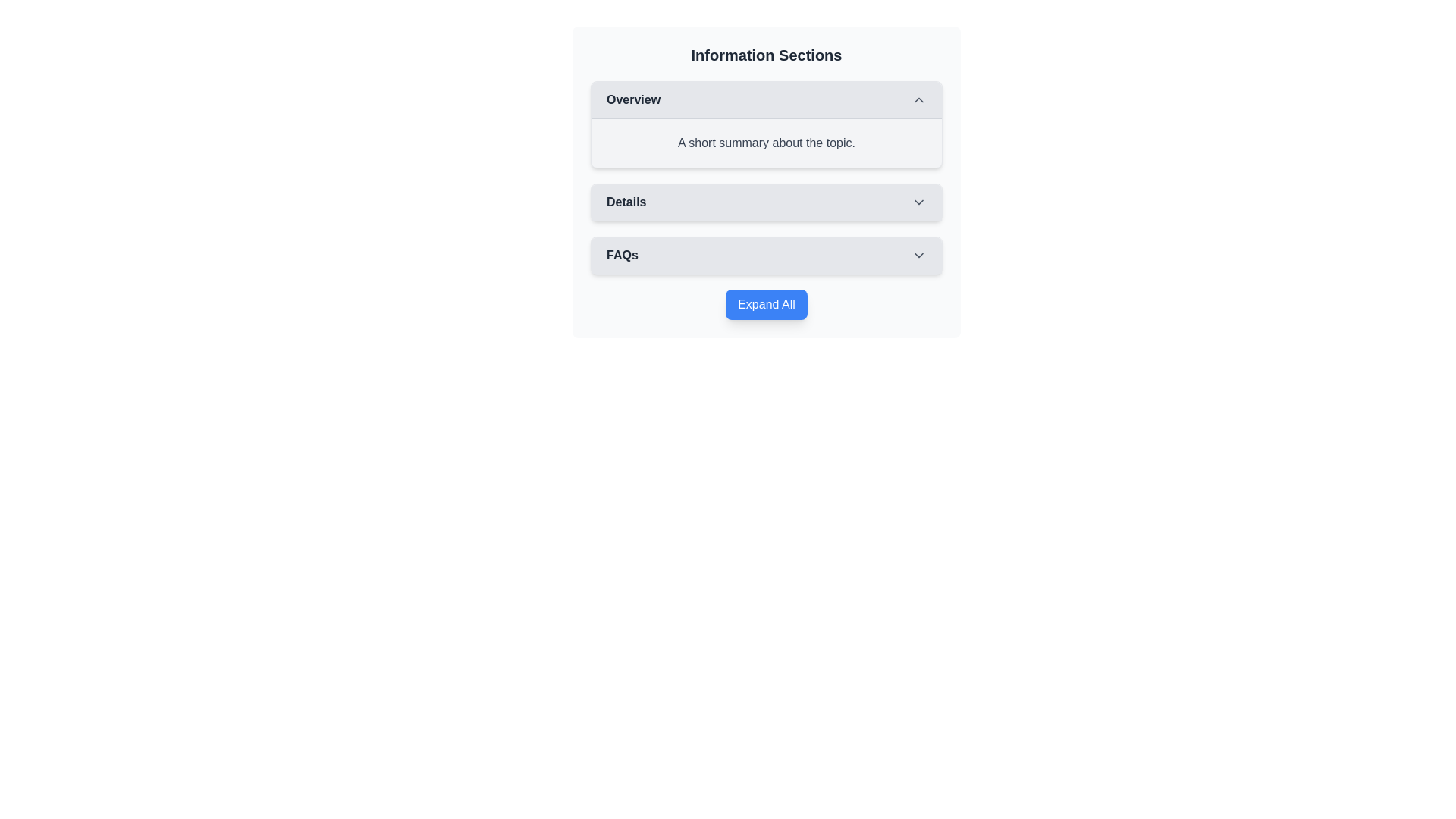 This screenshot has width=1456, height=819. I want to click on the text label indicating the header of the collapsible information section, so click(633, 99).